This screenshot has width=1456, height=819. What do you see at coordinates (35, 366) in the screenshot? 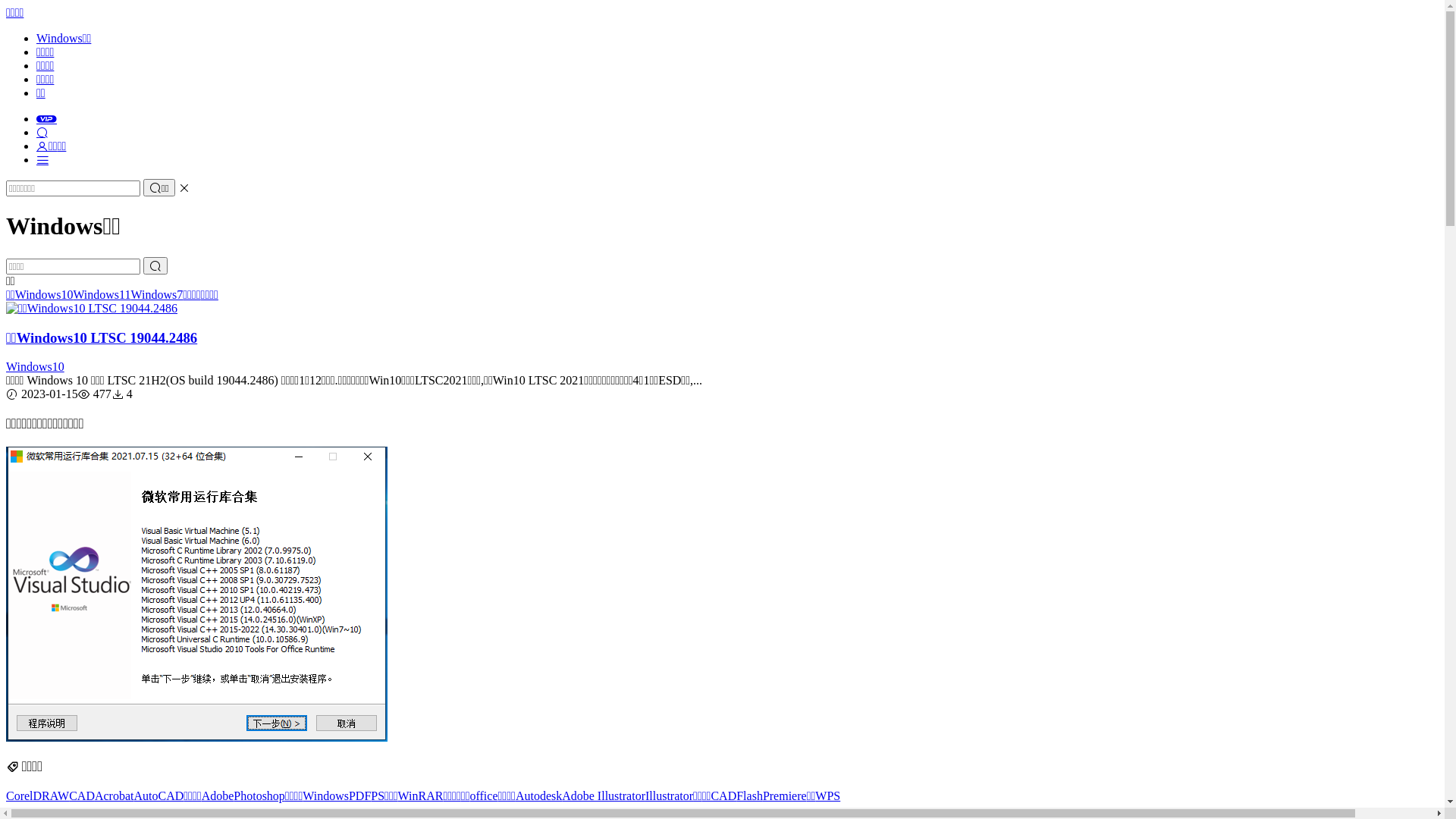
I see `'Windows10'` at bounding box center [35, 366].